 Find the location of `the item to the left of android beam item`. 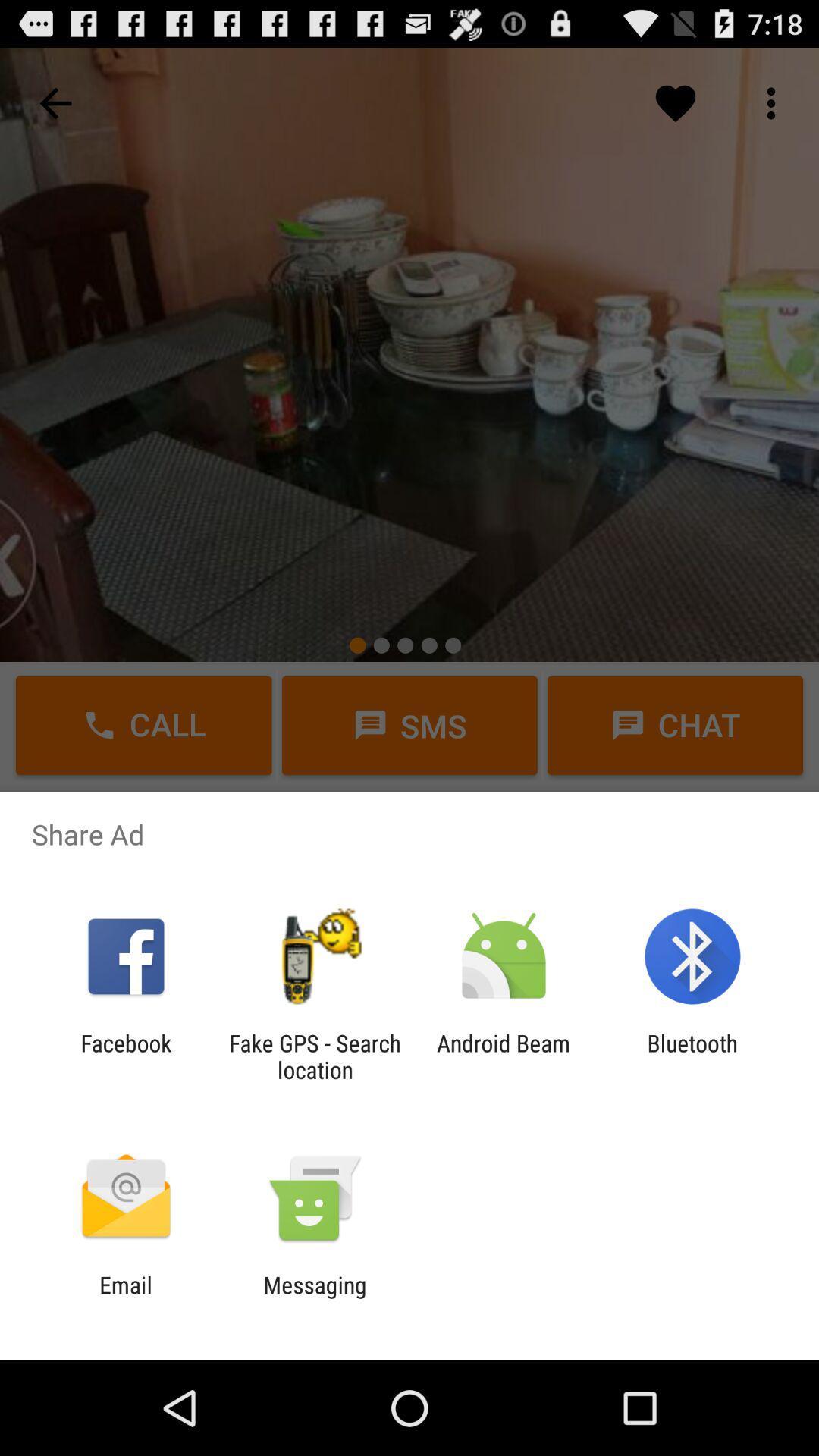

the item to the left of android beam item is located at coordinates (314, 1056).